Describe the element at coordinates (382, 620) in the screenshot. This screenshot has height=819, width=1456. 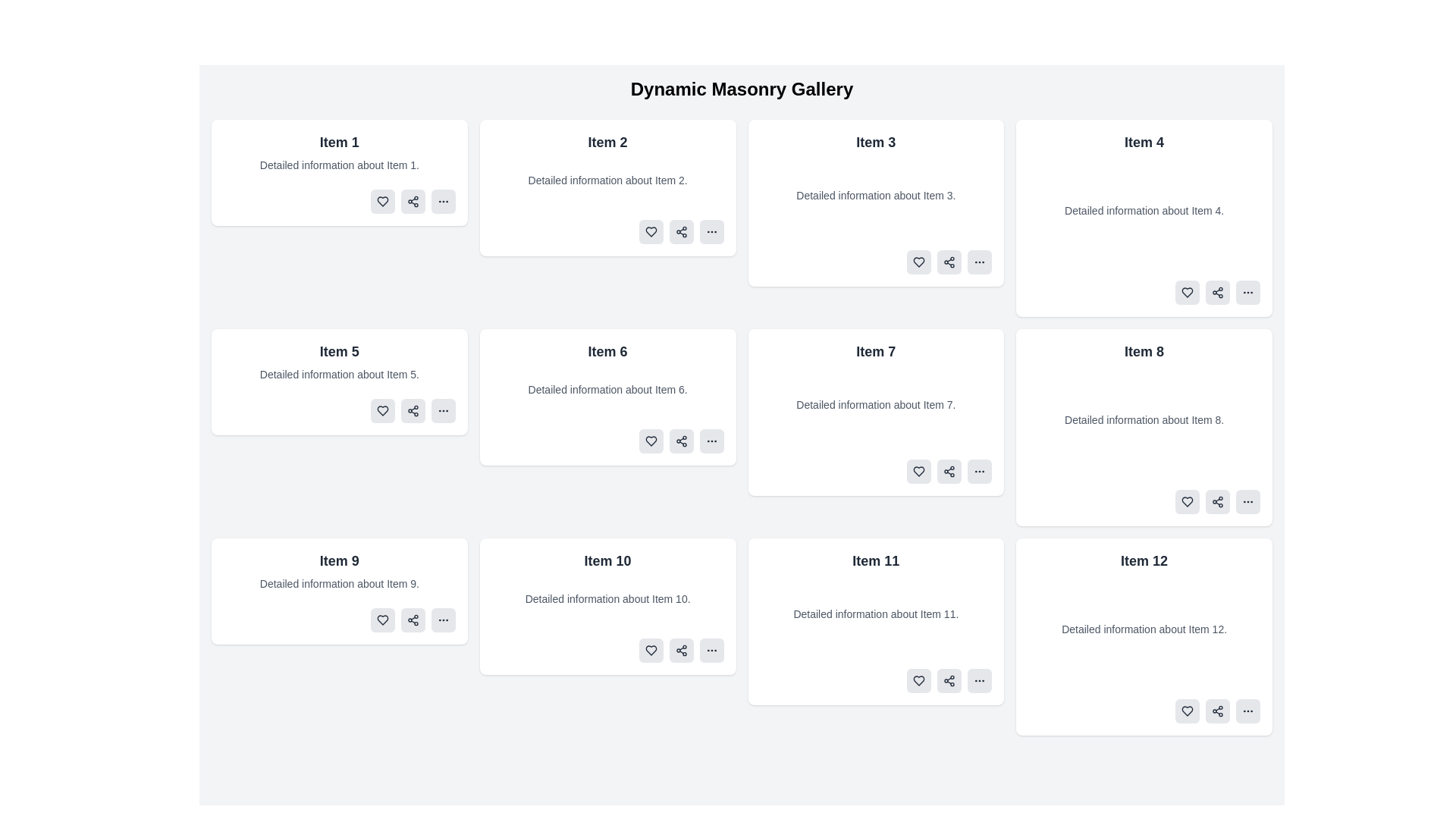
I see `the heart icon button located in the bottom-right corner of the card labeled 'Item 9'` at that location.